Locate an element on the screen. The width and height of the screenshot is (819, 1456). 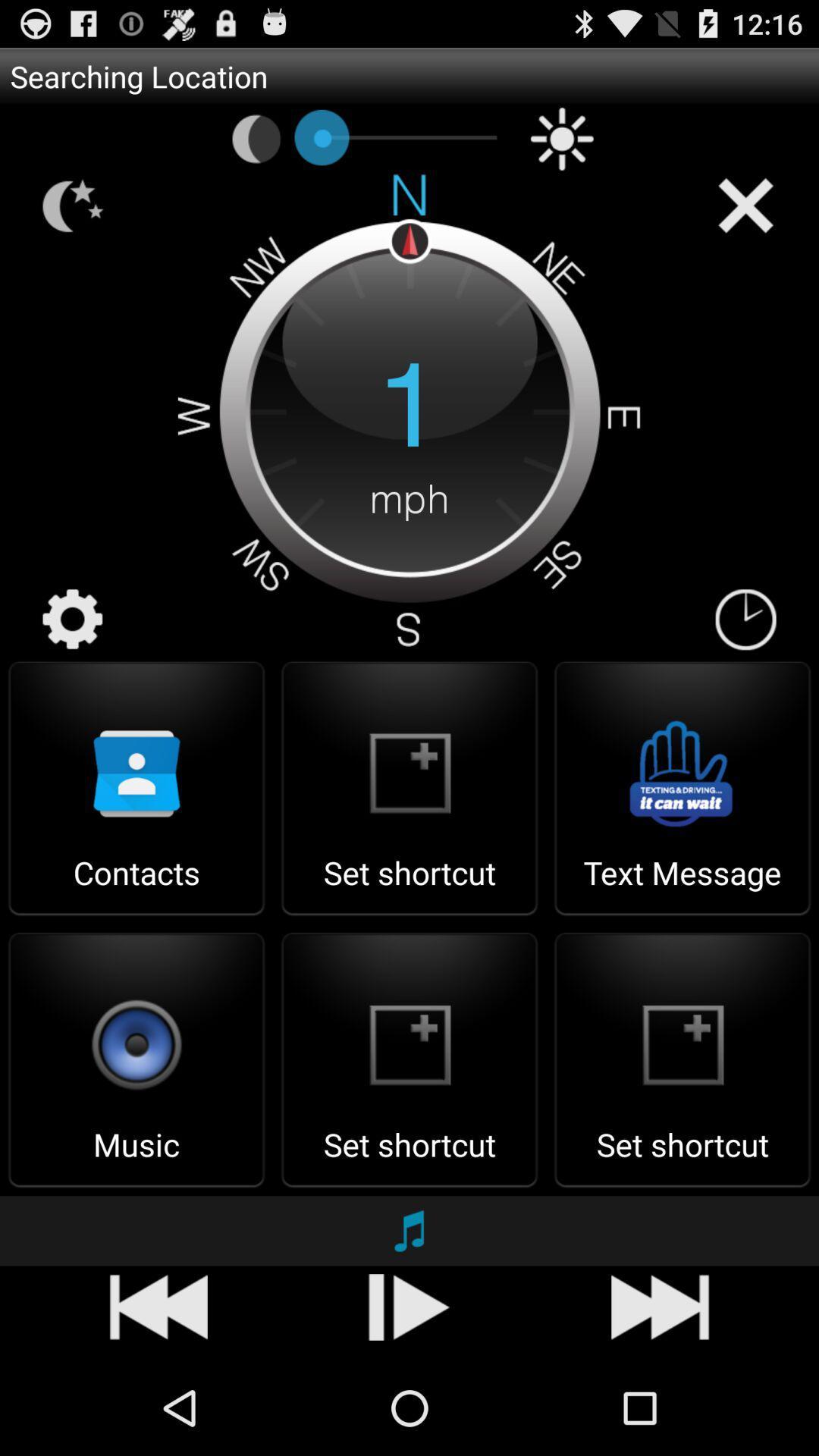
the av_rewind icon is located at coordinates (158, 1398).